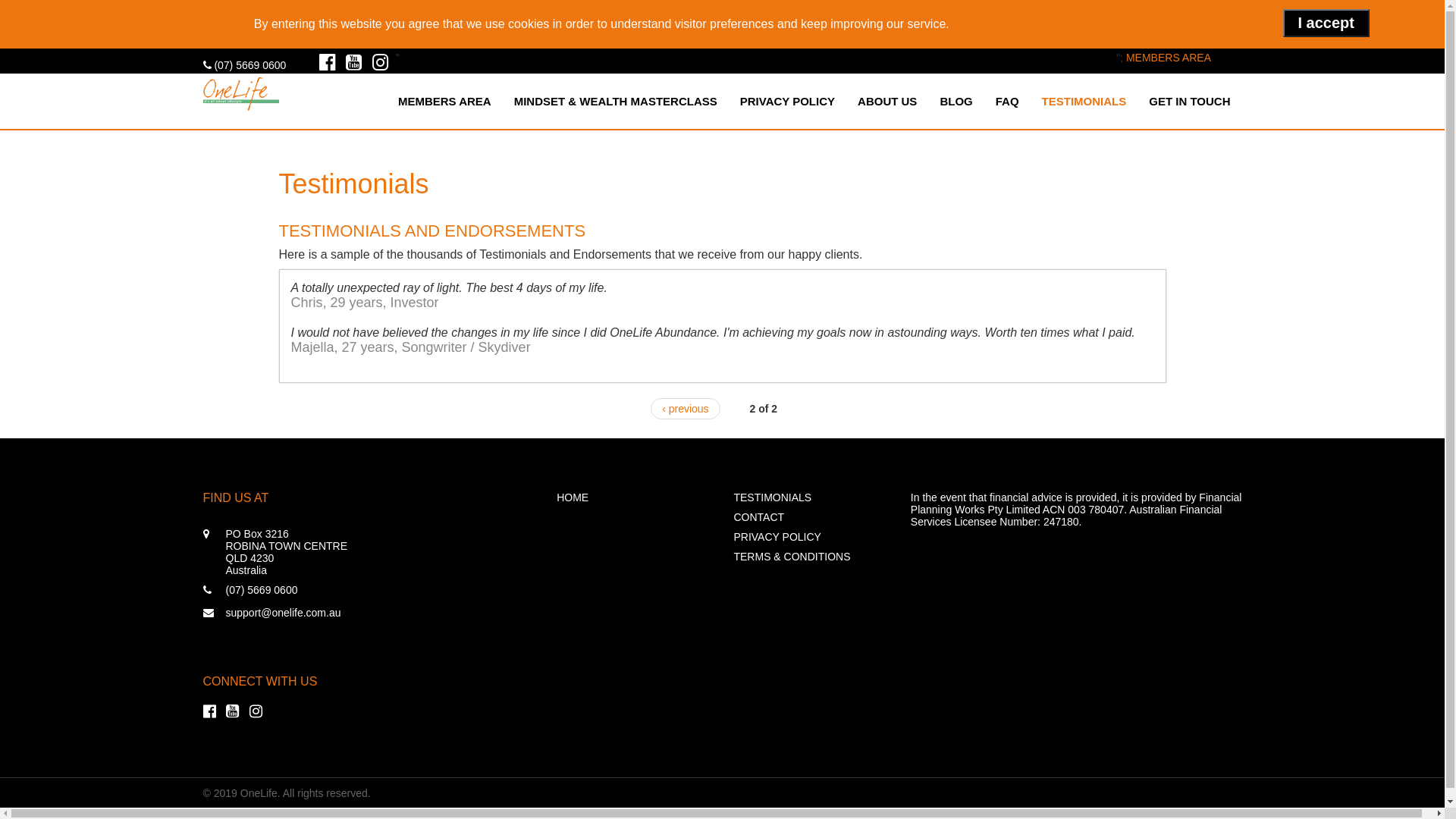 The image size is (1456, 819). I want to click on 'TESTIMONIALS', so click(733, 497).